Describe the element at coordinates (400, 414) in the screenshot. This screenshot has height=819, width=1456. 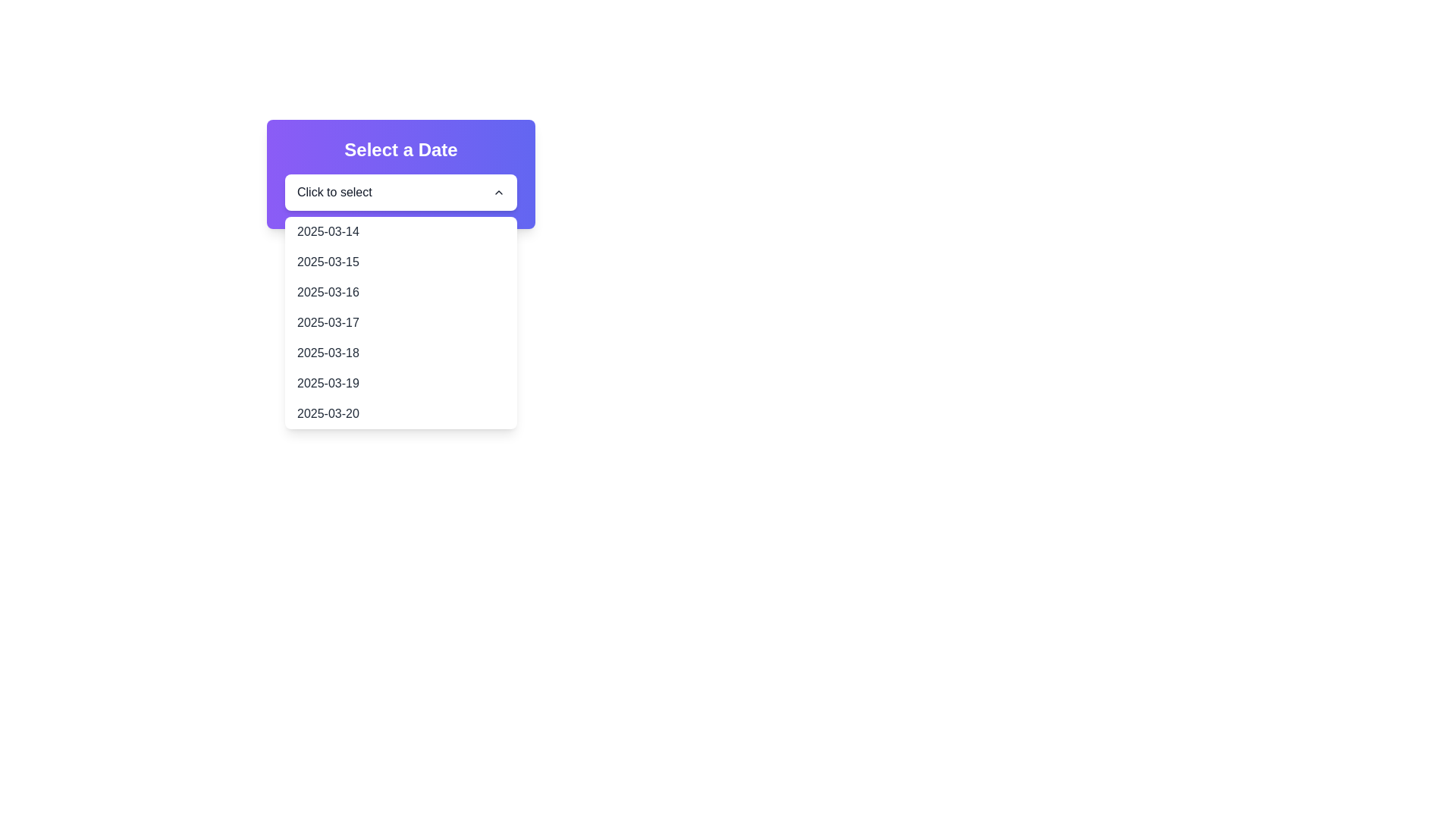
I see `the list item displaying the date '2025-03-20'` at that location.